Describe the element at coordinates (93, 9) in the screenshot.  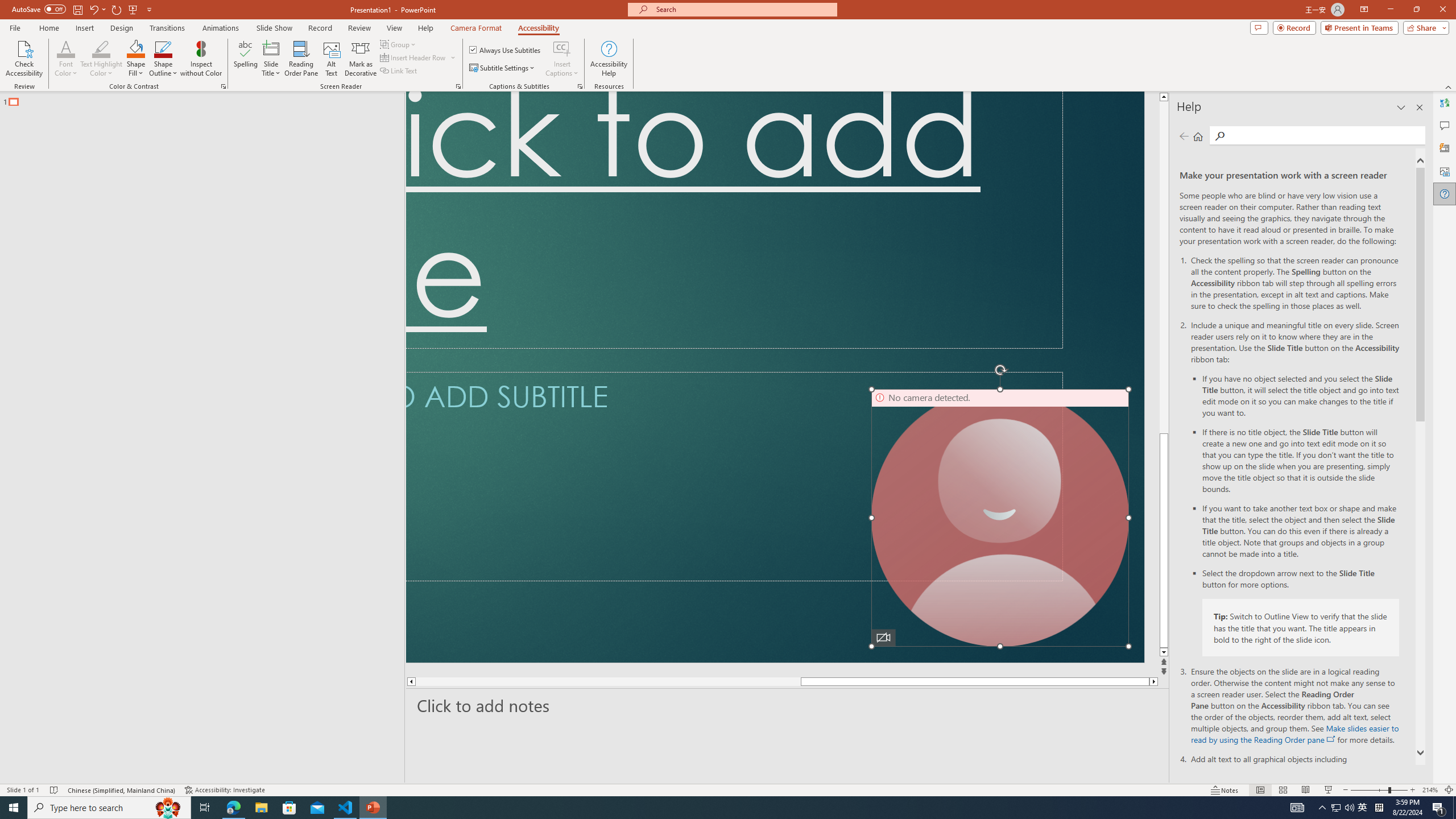
I see `'Undo'` at that location.